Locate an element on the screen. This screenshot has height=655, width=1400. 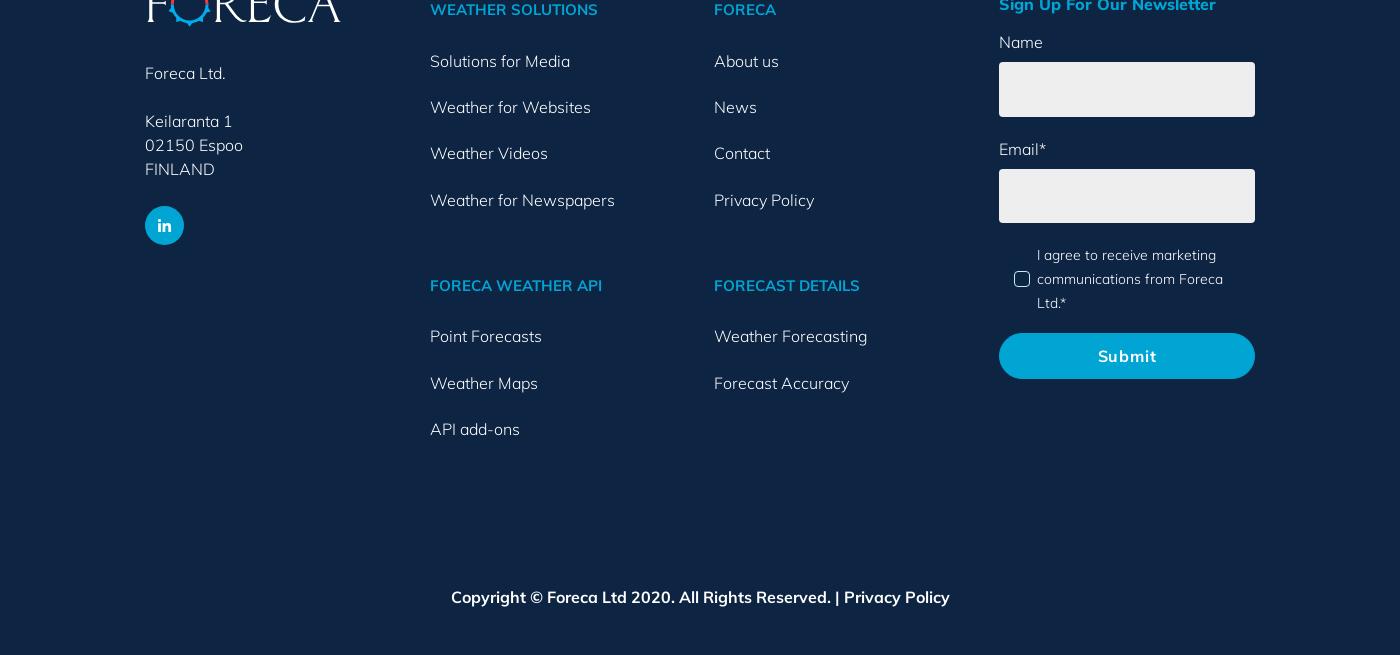
'I agree to receive marketing communications from Foreca Ltd.' is located at coordinates (1128, 277).